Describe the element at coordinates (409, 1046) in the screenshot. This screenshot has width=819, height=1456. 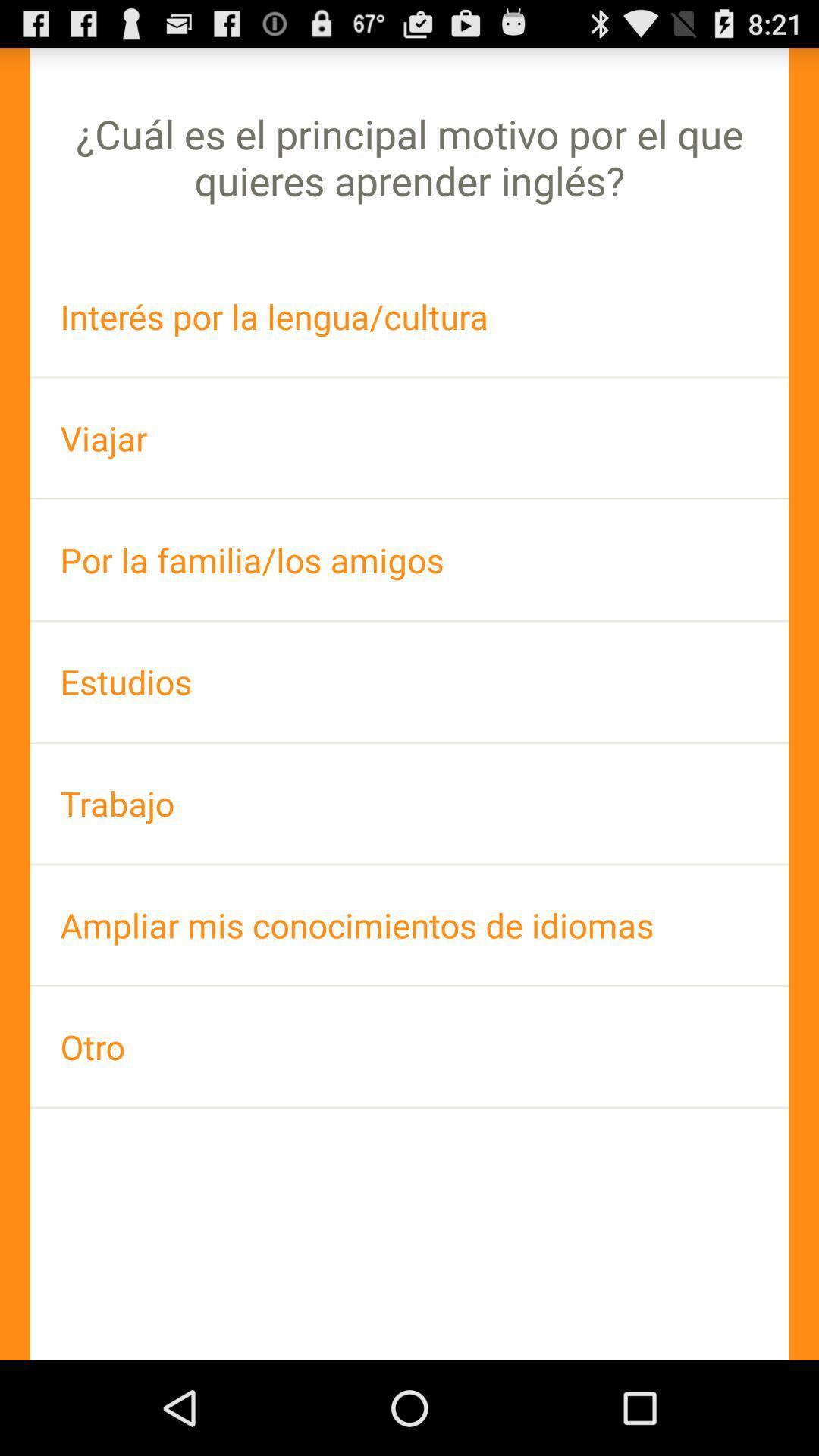
I see `otro icon` at that location.